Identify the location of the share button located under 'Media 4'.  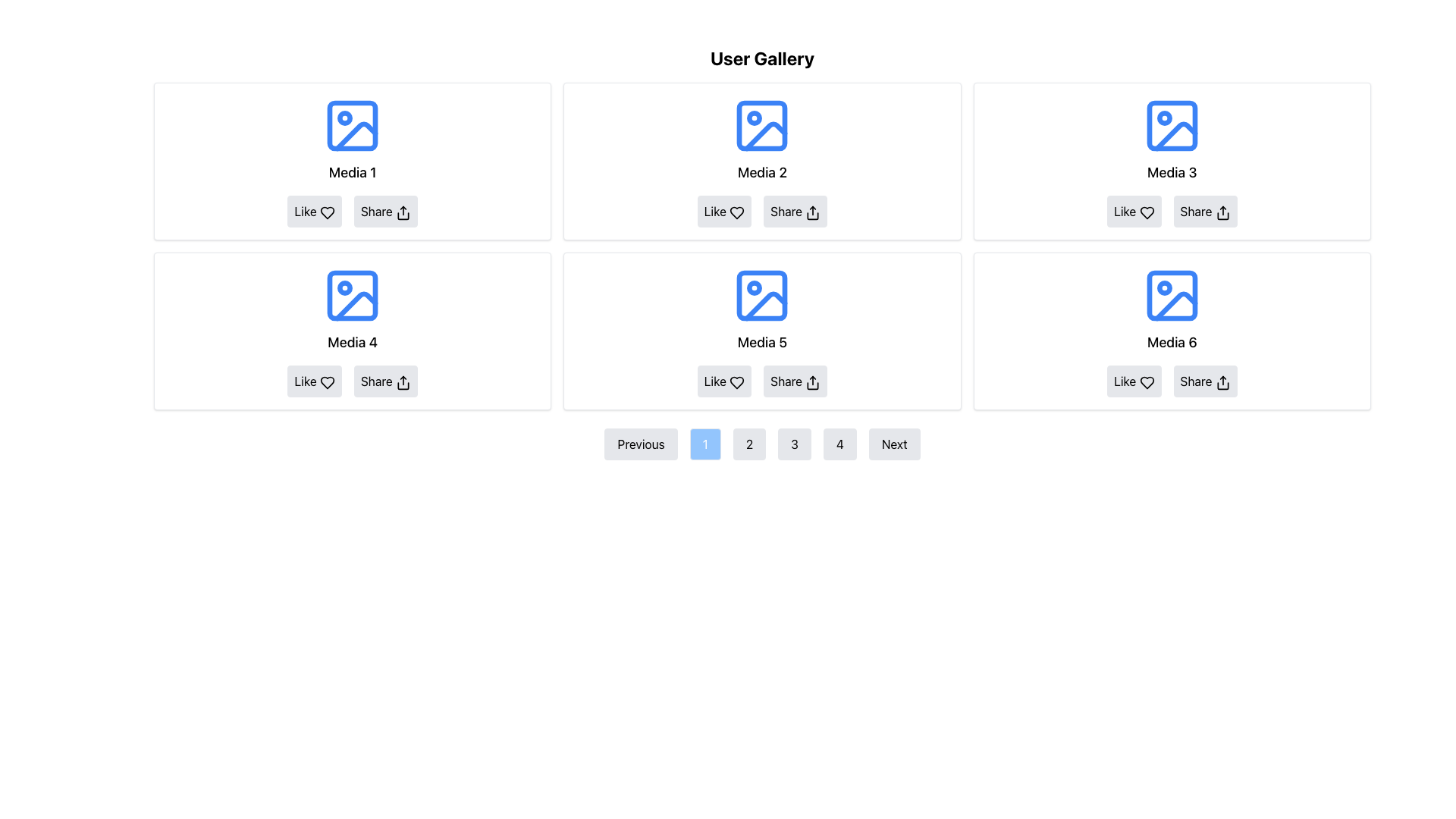
(385, 380).